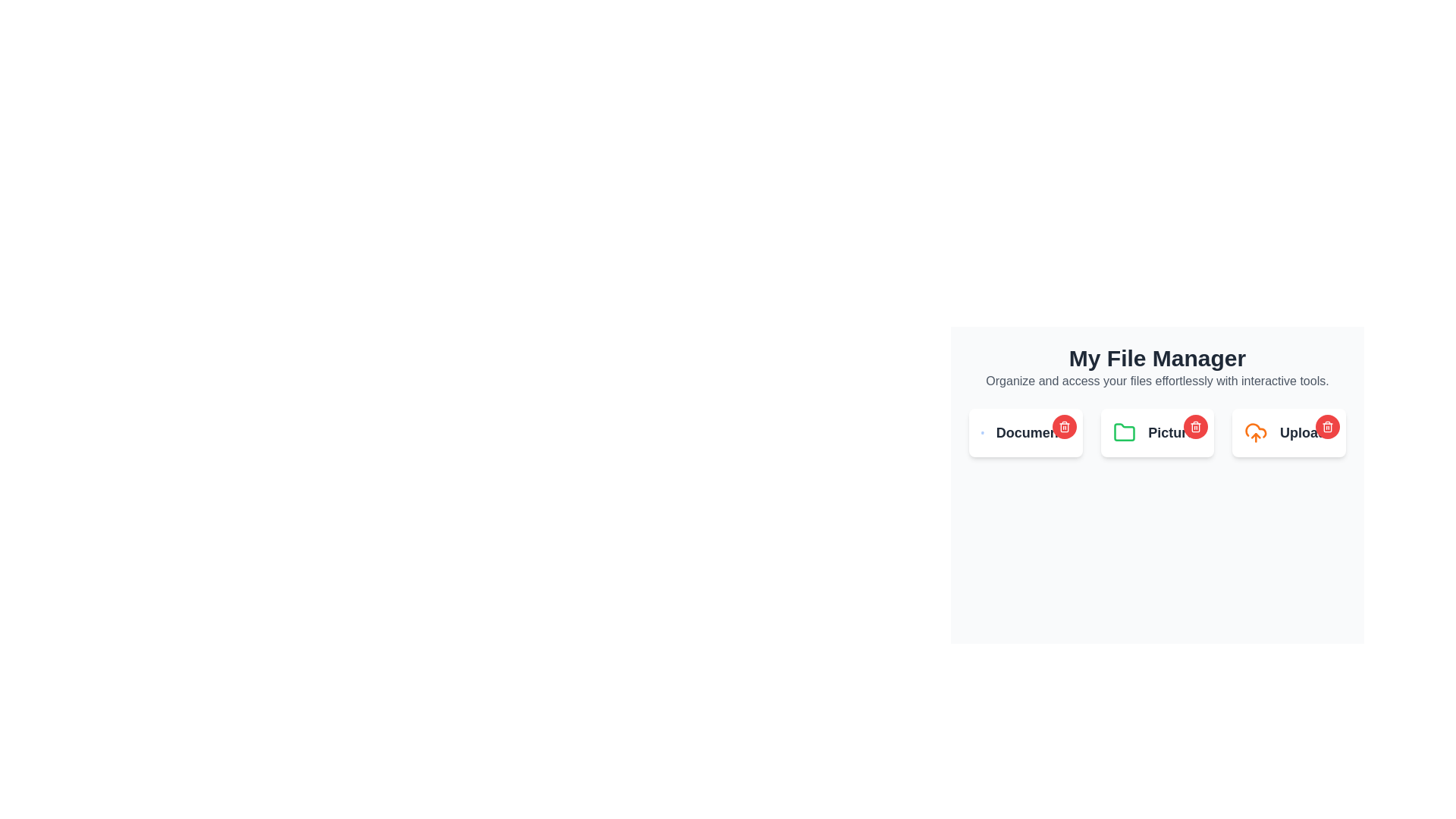  What do you see at coordinates (1063, 427) in the screenshot?
I see `the red circular button with a white trash can icon located in the top-right corner of the 'Documents' card in the 'My File Manager' section` at bounding box center [1063, 427].